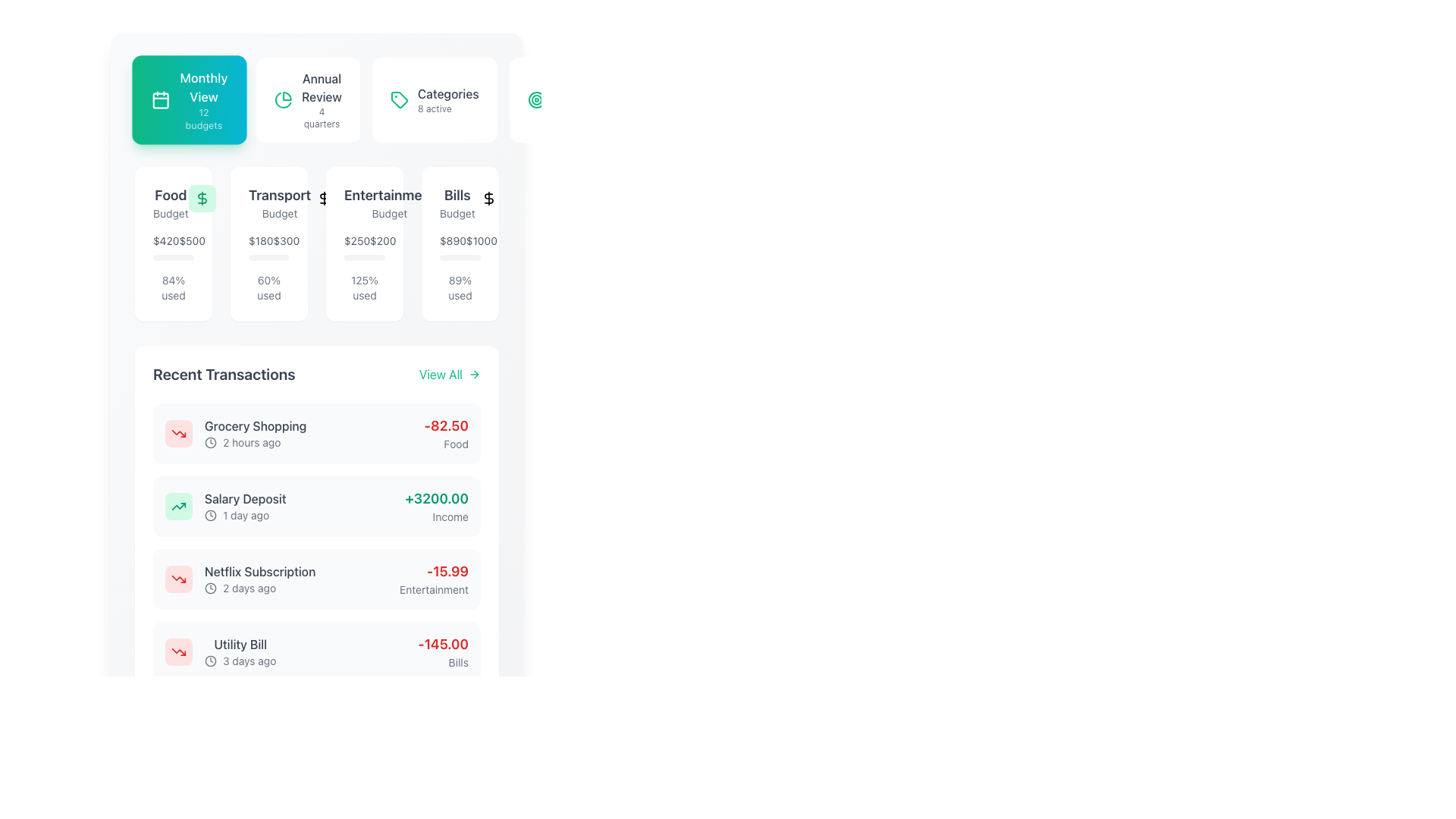 Image resolution: width=1456 pixels, height=819 pixels. What do you see at coordinates (447, 93) in the screenshot?
I see `the 'Categories' text element, which is displayed in medium font weight and has a dark color on a light background, located in the top row of navigation buttons, third from the left` at bounding box center [447, 93].